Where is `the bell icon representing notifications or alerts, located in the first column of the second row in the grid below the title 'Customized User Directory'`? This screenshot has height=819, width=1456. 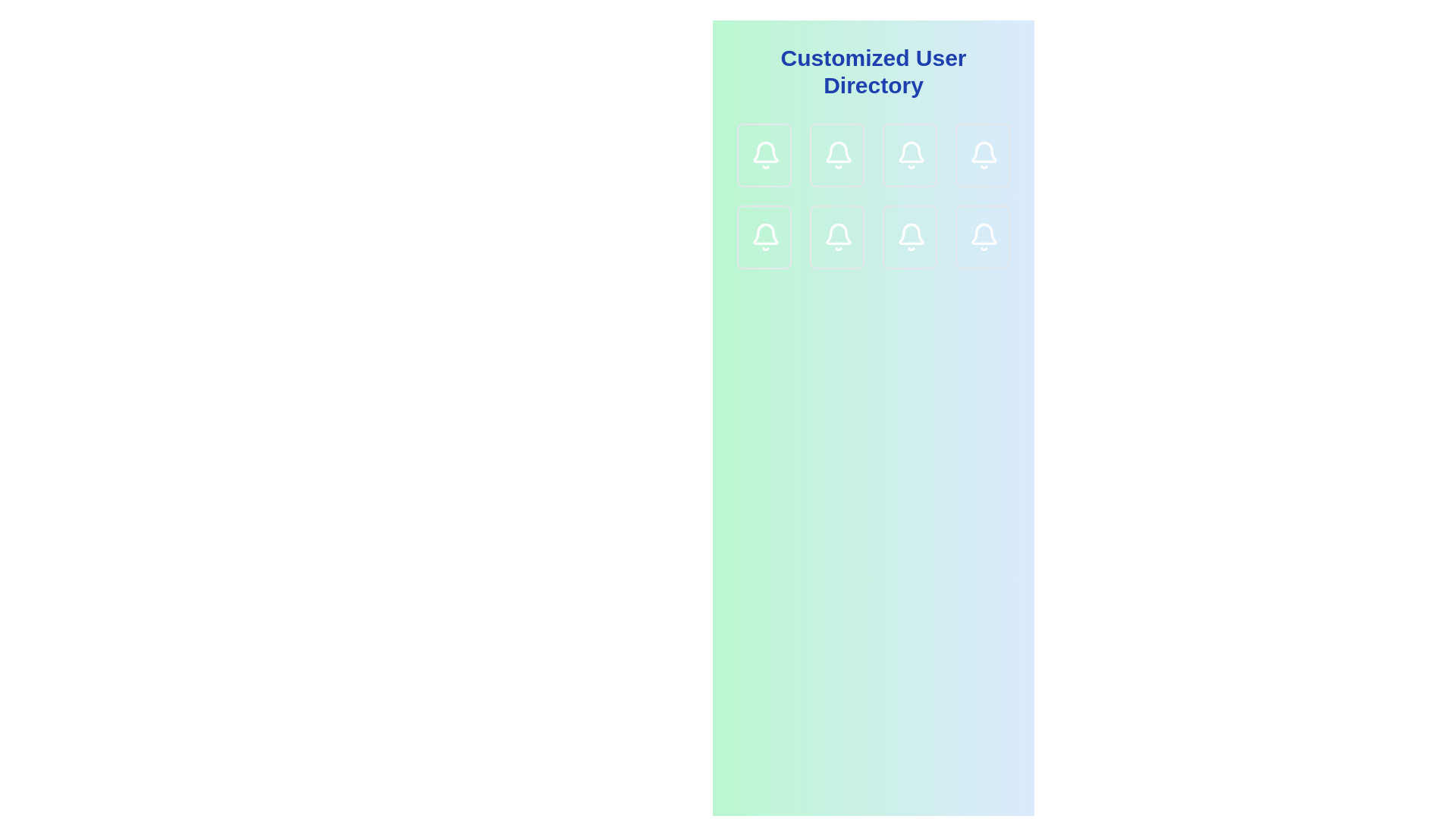
the bell icon representing notifications or alerts, located in the first column of the second row in the grid below the title 'Customized User Directory' is located at coordinates (765, 237).